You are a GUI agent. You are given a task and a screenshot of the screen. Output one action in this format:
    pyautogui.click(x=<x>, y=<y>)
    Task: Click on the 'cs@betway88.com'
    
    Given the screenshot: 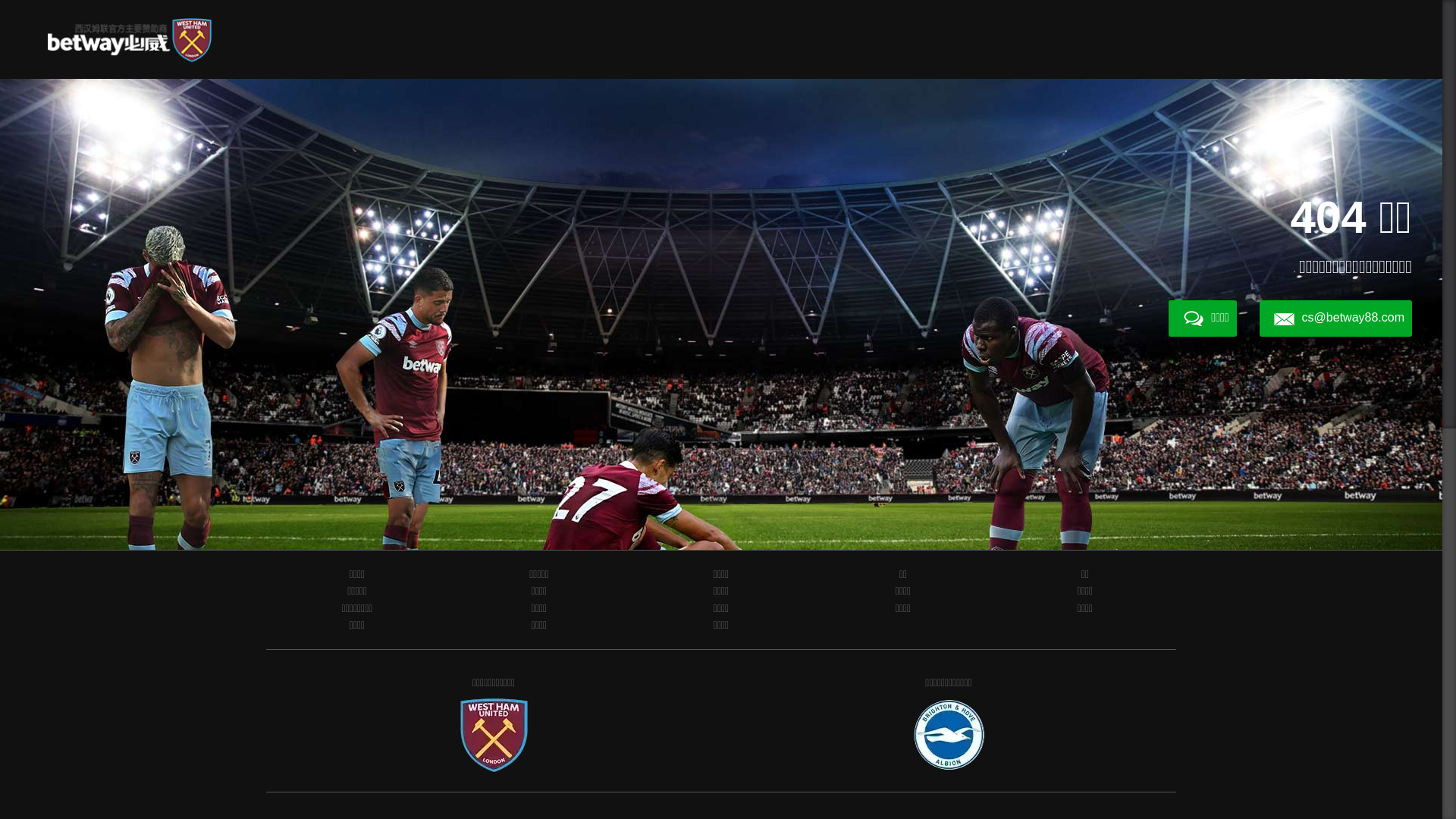 What is the action you would take?
    pyautogui.click(x=1335, y=318)
    